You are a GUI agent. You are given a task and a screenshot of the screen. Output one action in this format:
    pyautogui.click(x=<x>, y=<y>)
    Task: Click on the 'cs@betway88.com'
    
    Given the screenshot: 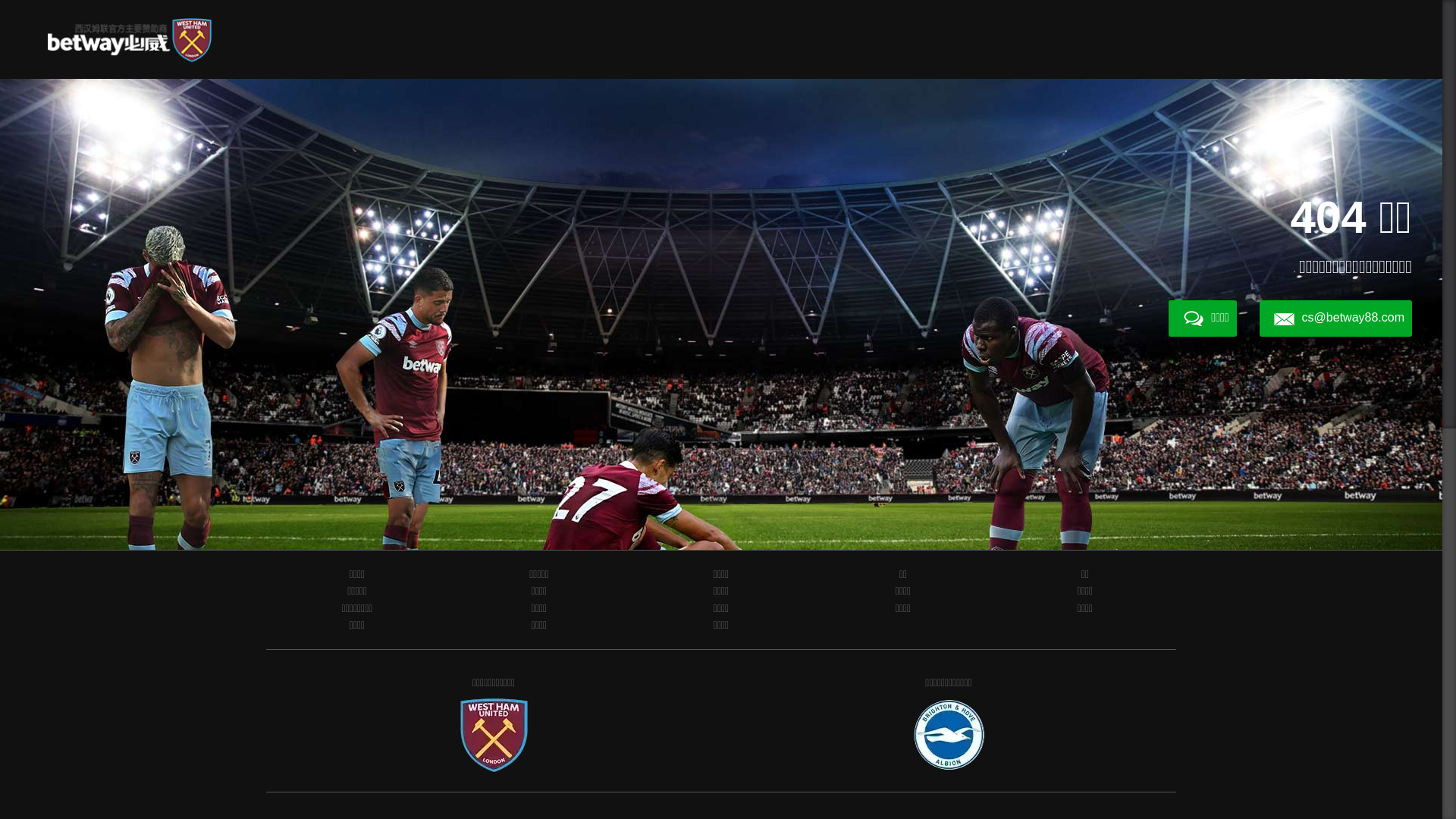 What is the action you would take?
    pyautogui.click(x=1335, y=318)
    